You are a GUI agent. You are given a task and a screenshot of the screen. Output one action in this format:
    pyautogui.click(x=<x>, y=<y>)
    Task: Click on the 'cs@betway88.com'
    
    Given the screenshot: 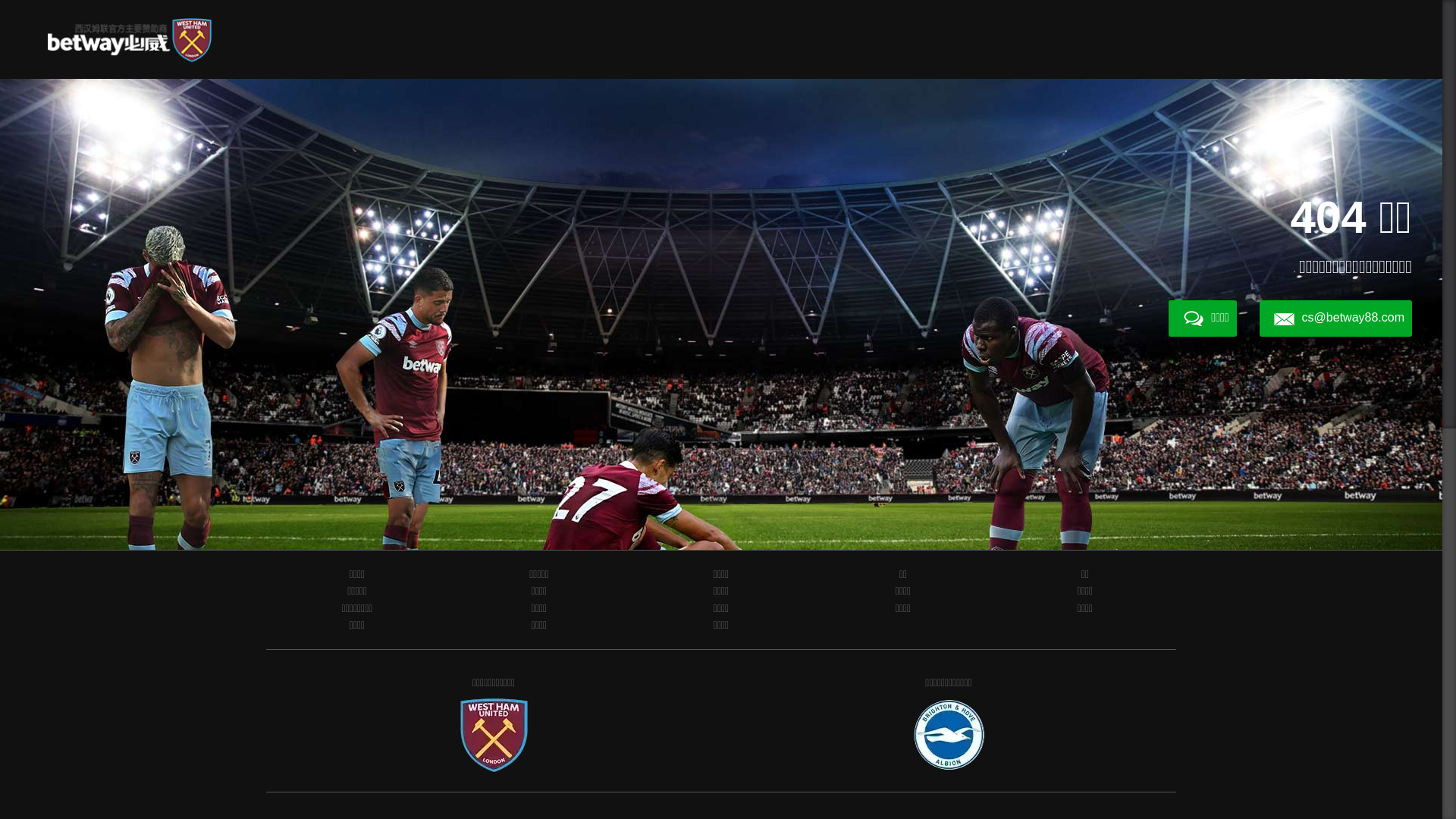 What is the action you would take?
    pyautogui.click(x=1335, y=318)
    